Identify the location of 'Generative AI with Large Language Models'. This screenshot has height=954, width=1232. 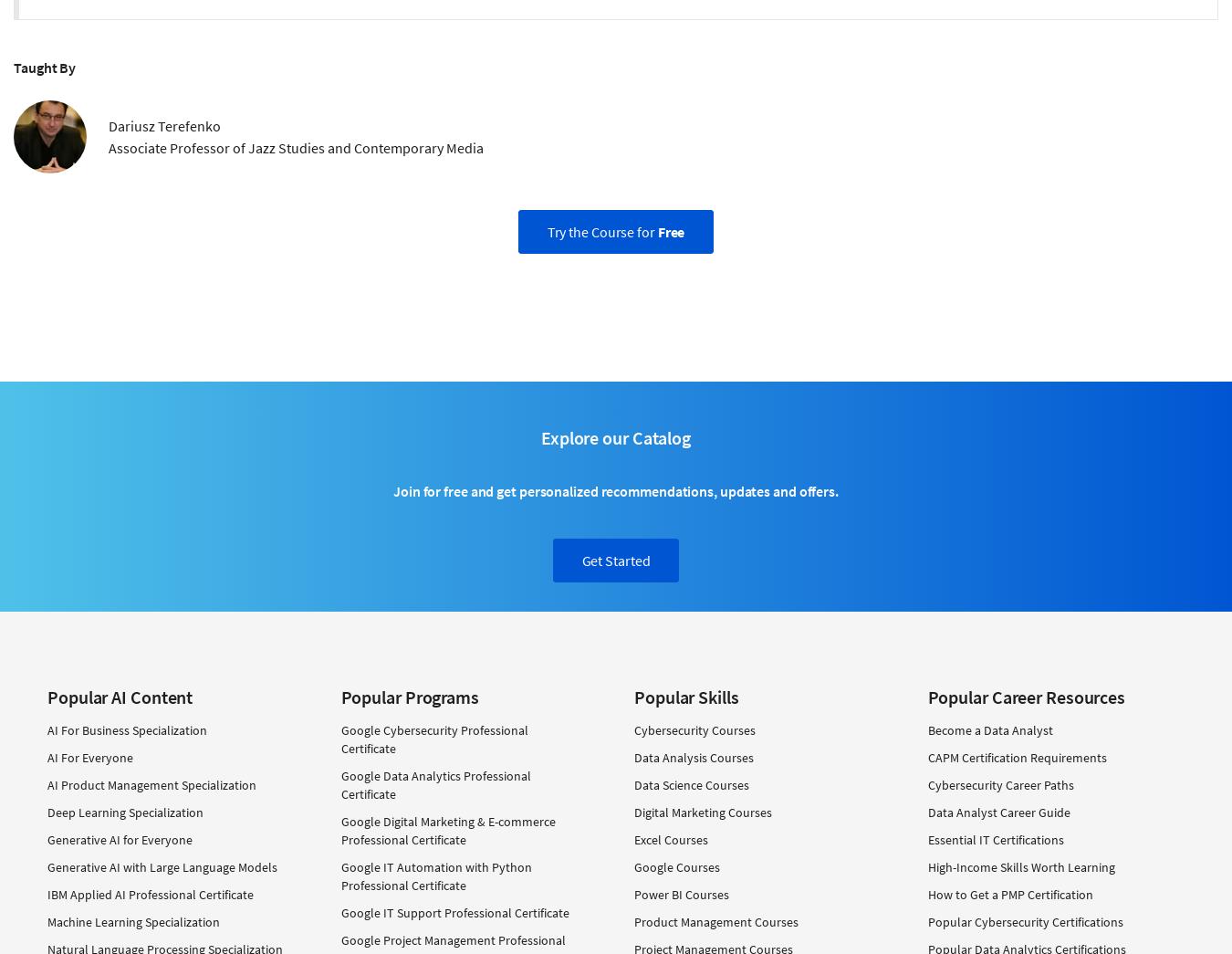
(162, 865).